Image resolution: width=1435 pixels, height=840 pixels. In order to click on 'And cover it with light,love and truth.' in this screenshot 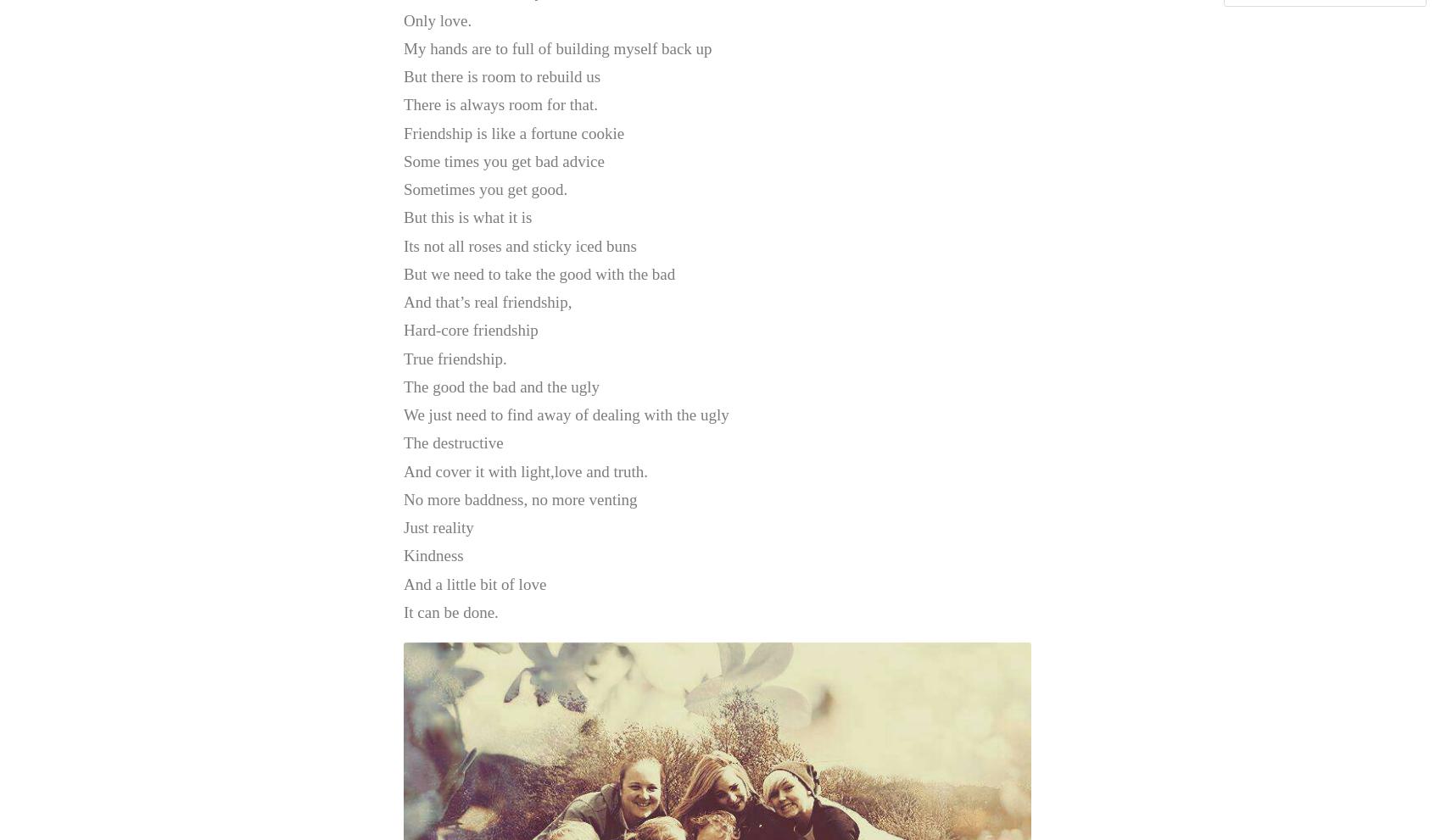, I will do `click(524, 470)`.